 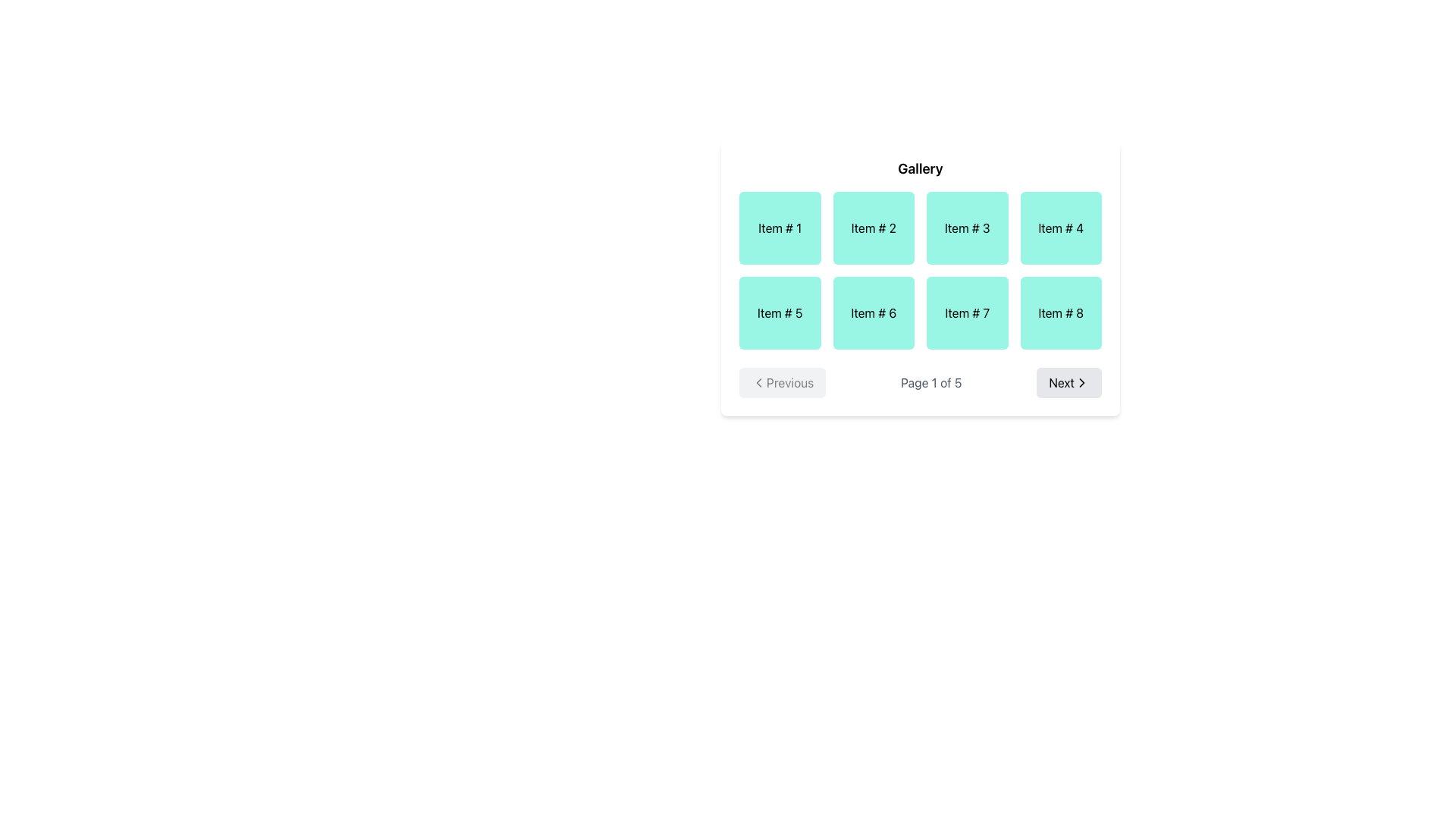 What do you see at coordinates (783, 382) in the screenshot?
I see `the left-most navigation button in the bottom gallery to receive interaction feedback` at bounding box center [783, 382].